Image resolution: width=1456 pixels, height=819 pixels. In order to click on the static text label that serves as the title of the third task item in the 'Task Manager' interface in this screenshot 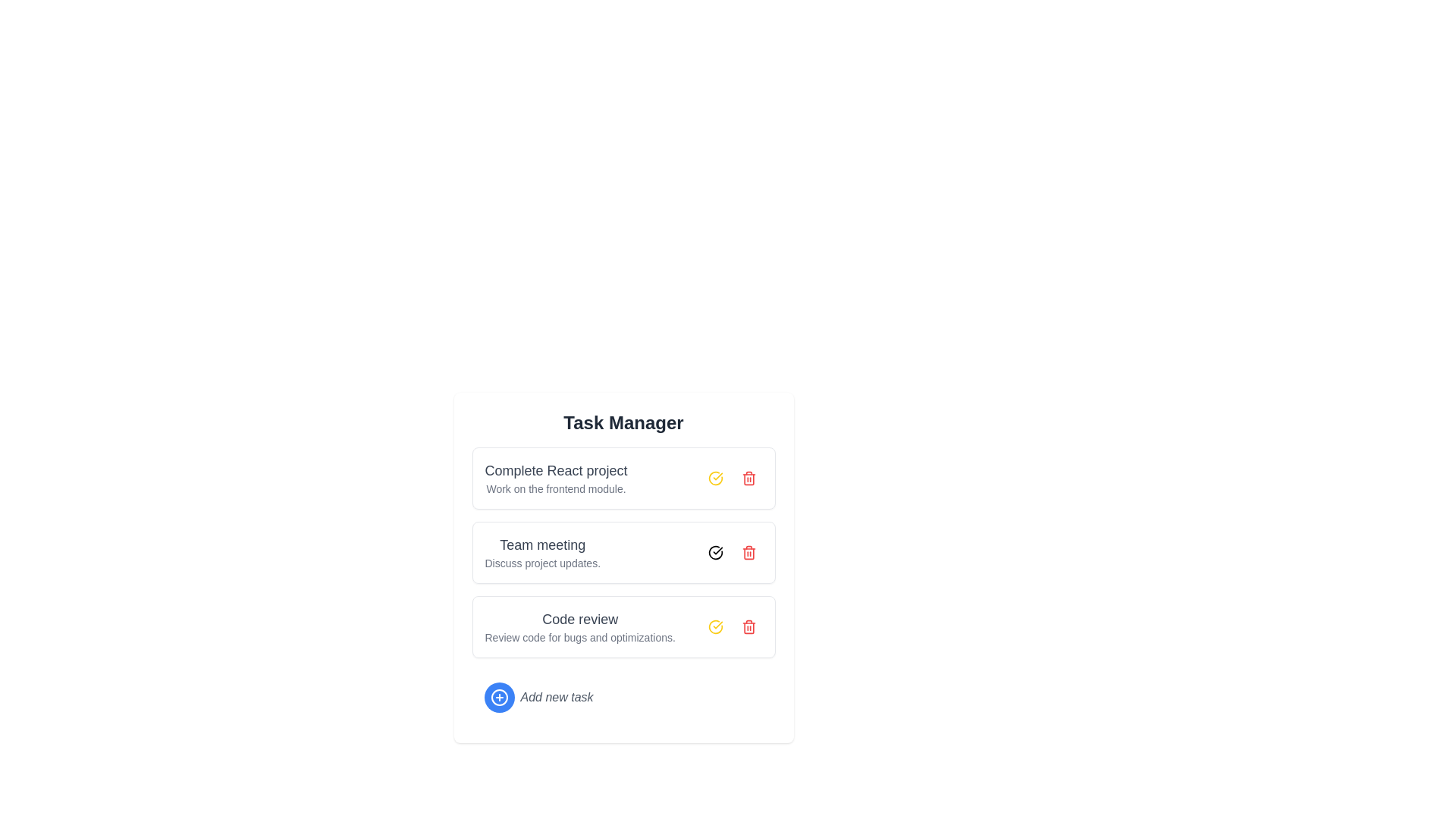, I will do `click(579, 620)`.